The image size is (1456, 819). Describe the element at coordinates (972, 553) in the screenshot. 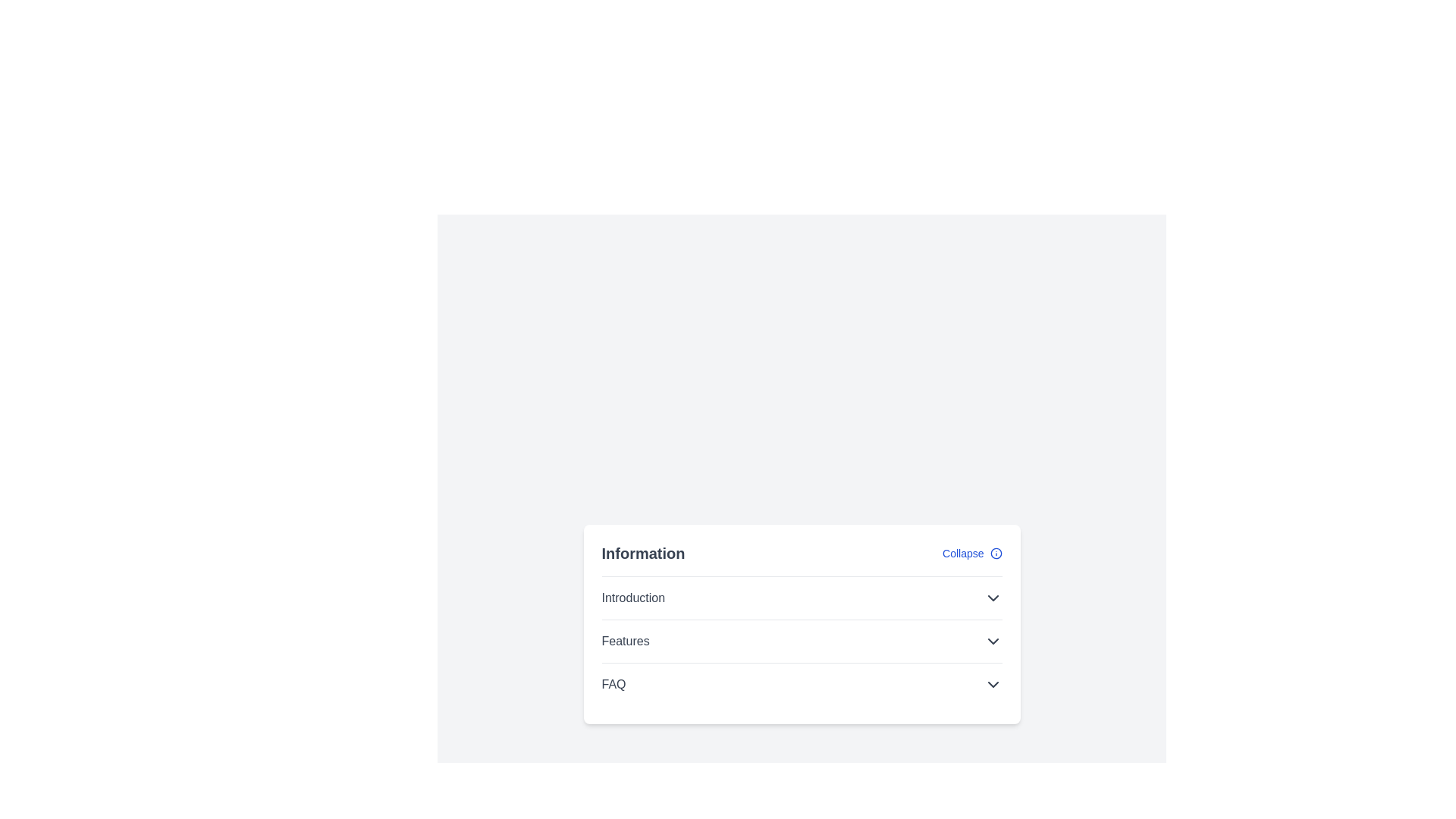

I see `the toggle button located in the upper-right corner of the 'Information' section` at that location.